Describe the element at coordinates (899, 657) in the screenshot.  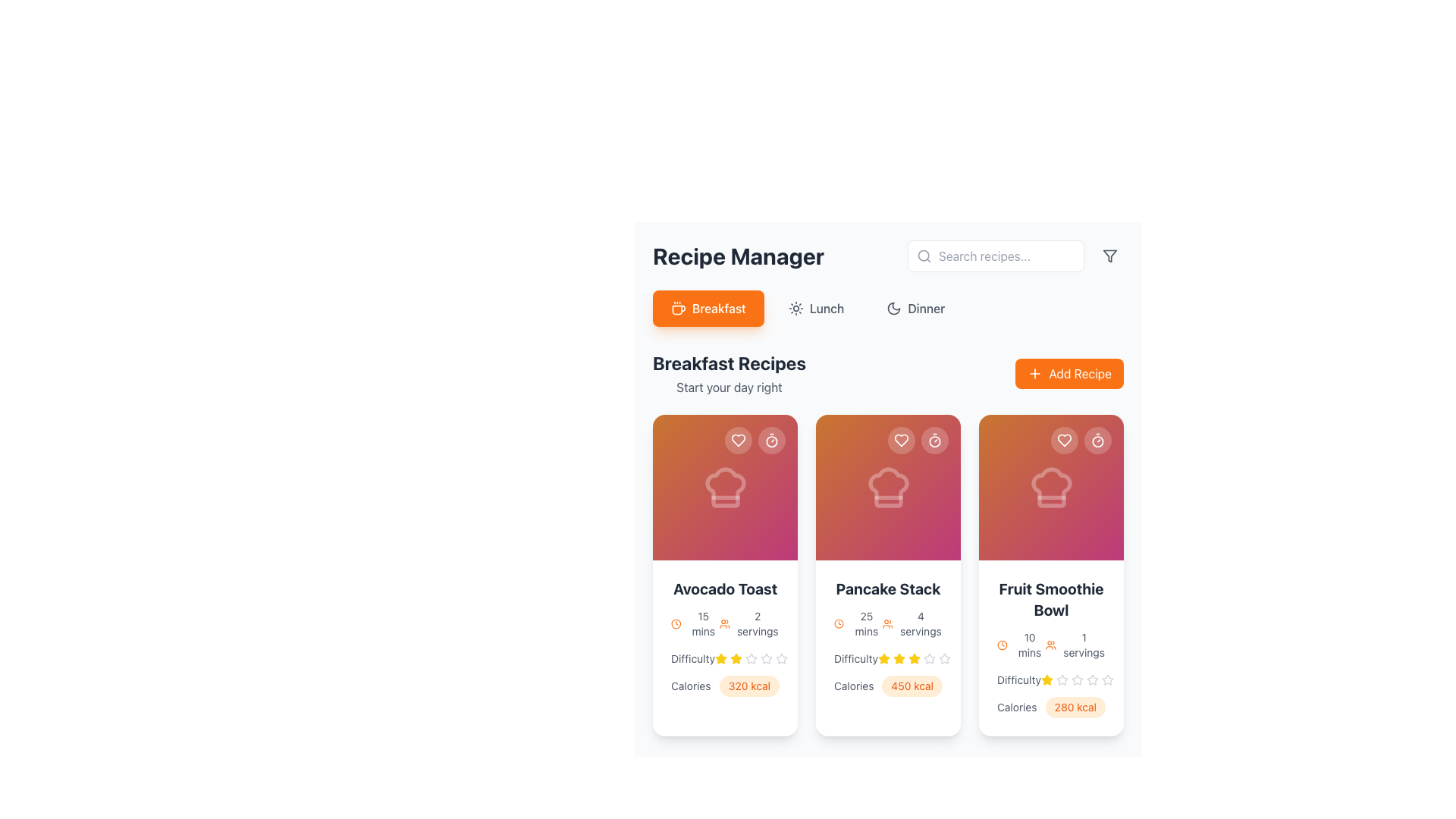
I see `the second star icon in the difficulty rating component of the 'Pancake Stack' card in the 'Breakfast Recipes' section, which visually represents a one star rating` at that location.